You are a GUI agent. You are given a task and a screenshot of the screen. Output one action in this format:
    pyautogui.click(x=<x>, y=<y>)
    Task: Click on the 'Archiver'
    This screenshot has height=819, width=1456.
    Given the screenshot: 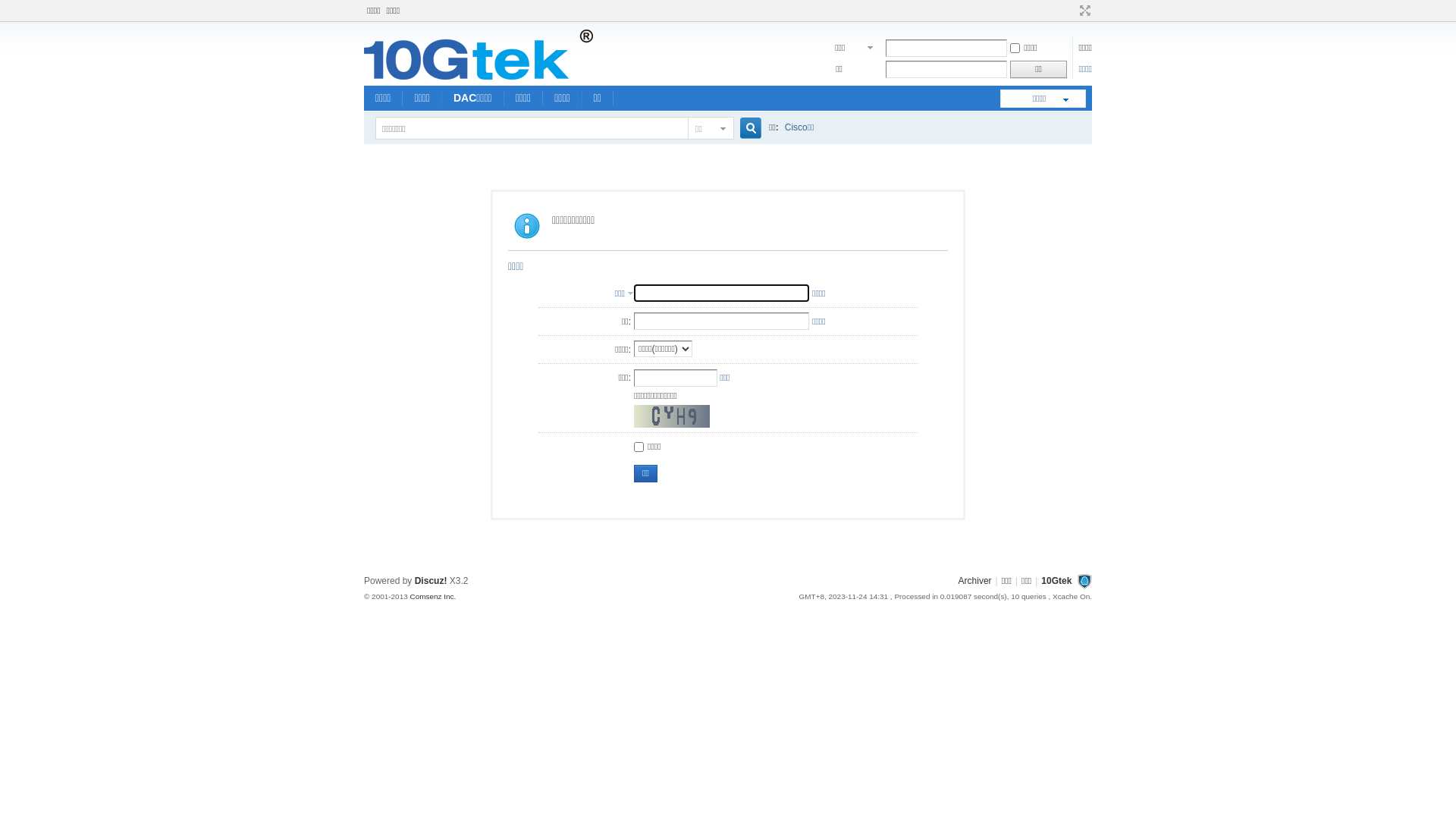 What is the action you would take?
    pyautogui.click(x=975, y=580)
    